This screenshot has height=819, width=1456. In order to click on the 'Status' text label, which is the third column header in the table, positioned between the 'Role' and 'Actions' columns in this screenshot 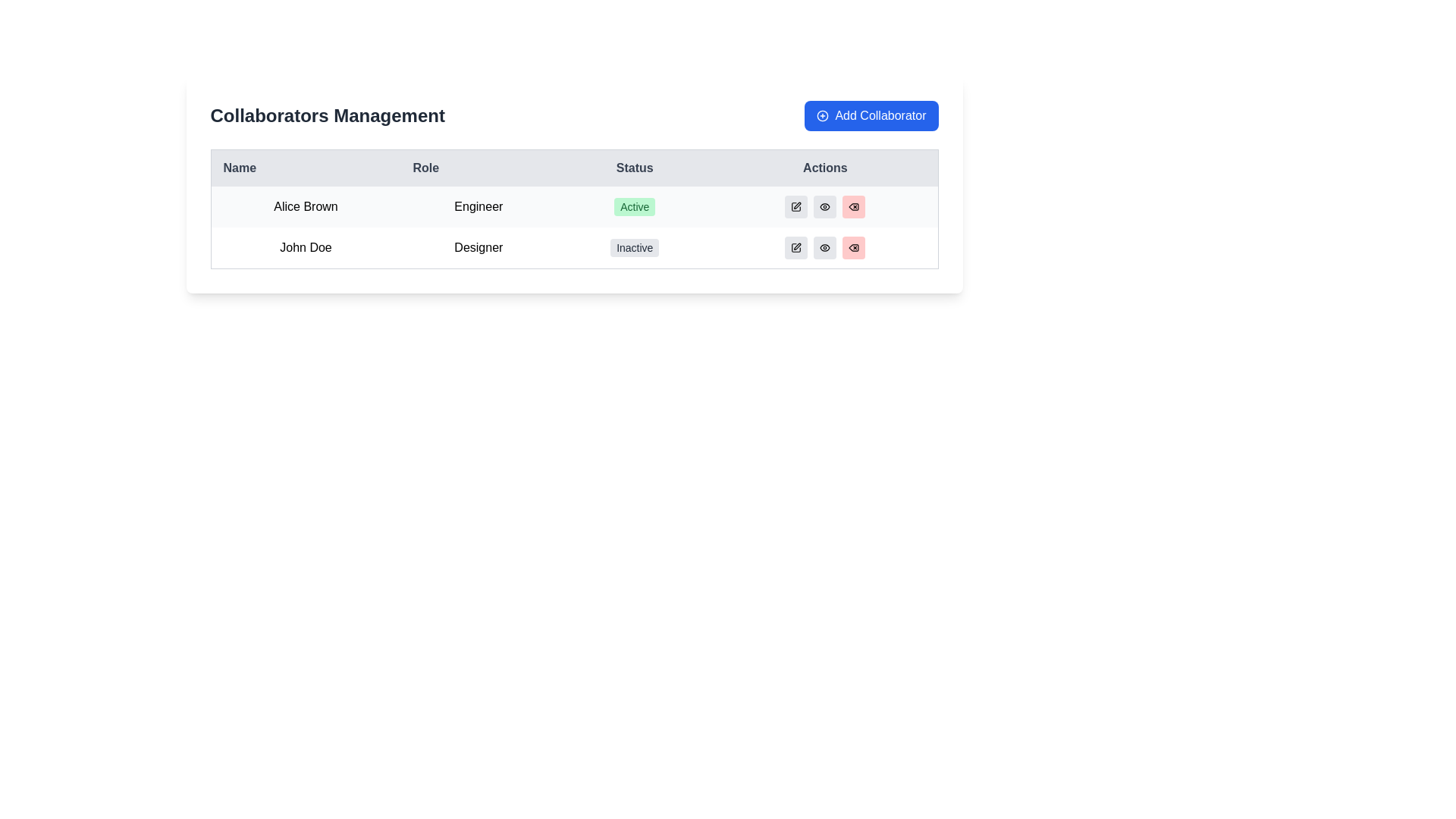, I will do `click(635, 168)`.